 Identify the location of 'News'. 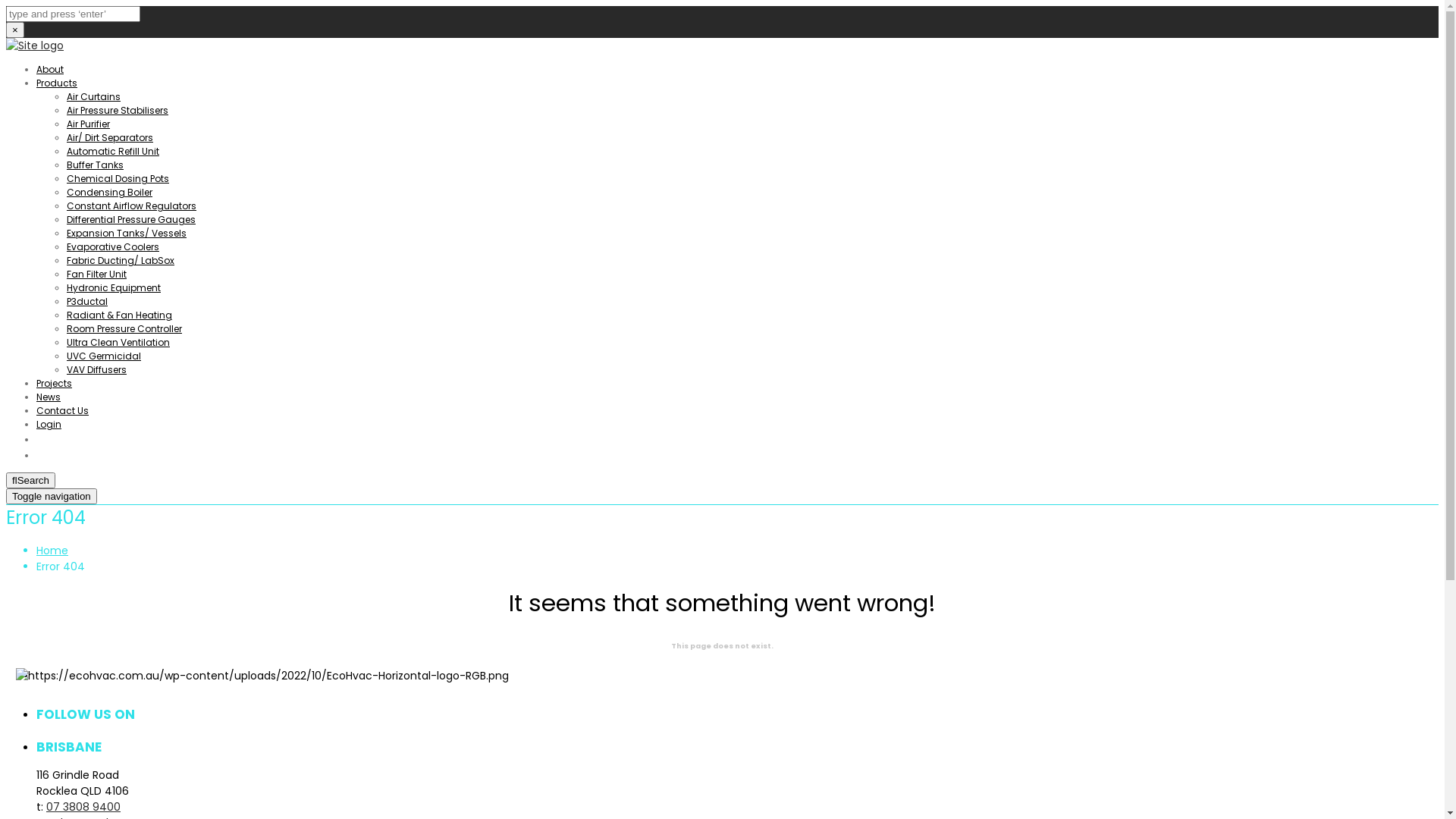
(48, 396).